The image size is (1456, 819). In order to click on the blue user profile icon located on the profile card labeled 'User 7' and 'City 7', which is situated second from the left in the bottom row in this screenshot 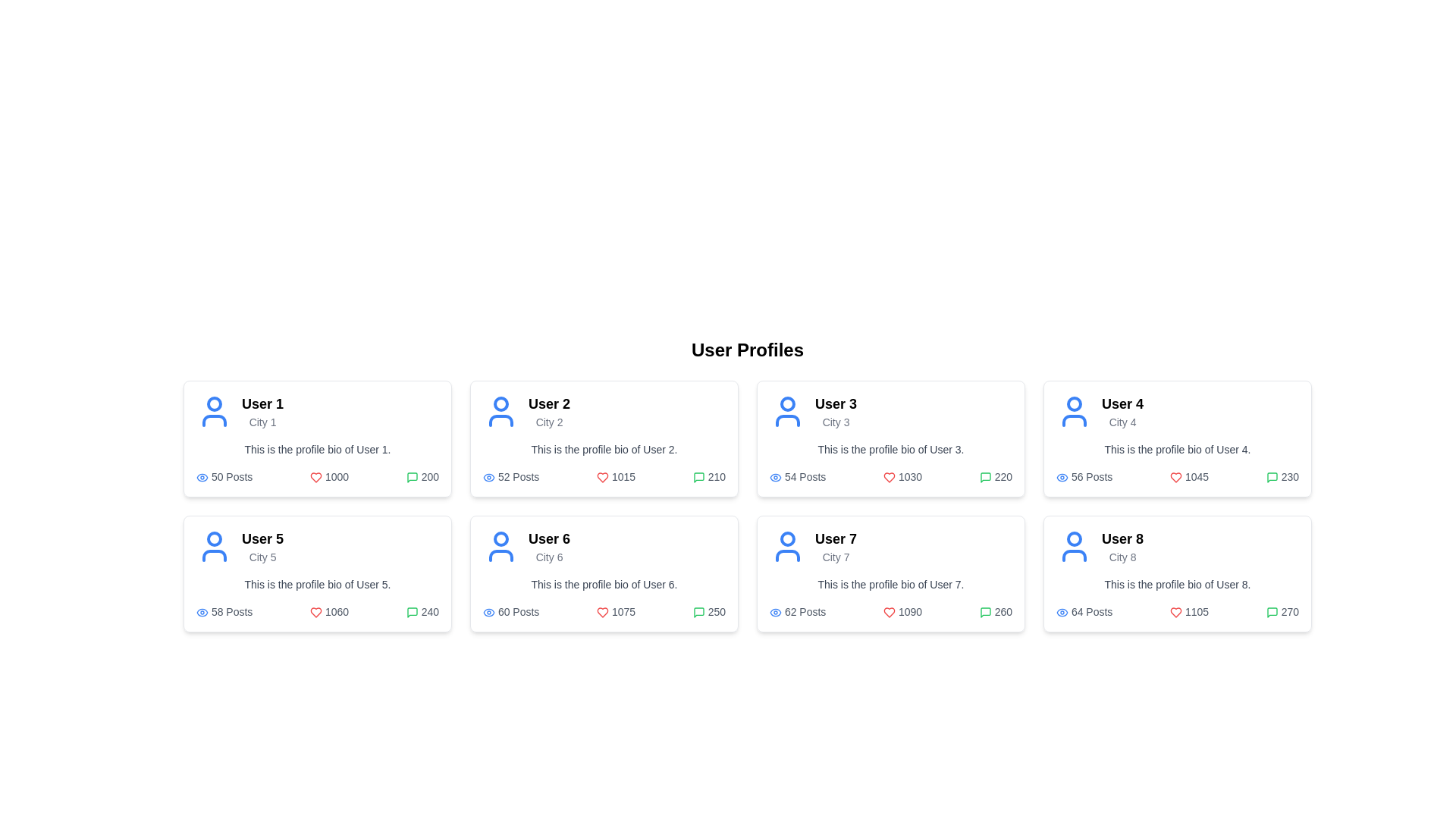, I will do `click(787, 547)`.